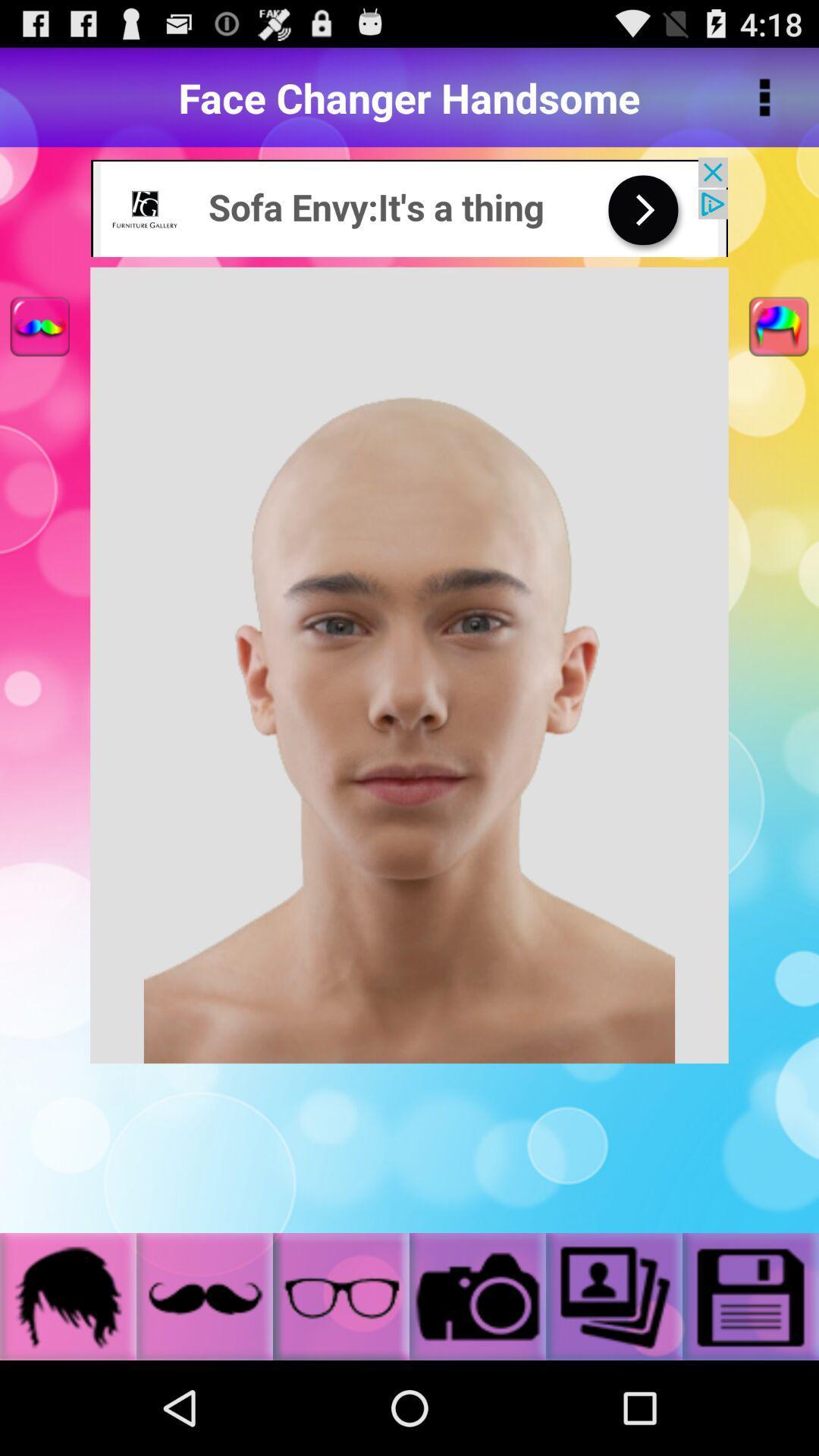 This screenshot has width=819, height=1456. What do you see at coordinates (476, 1295) in the screenshot?
I see `the camera` at bounding box center [476, 1295].